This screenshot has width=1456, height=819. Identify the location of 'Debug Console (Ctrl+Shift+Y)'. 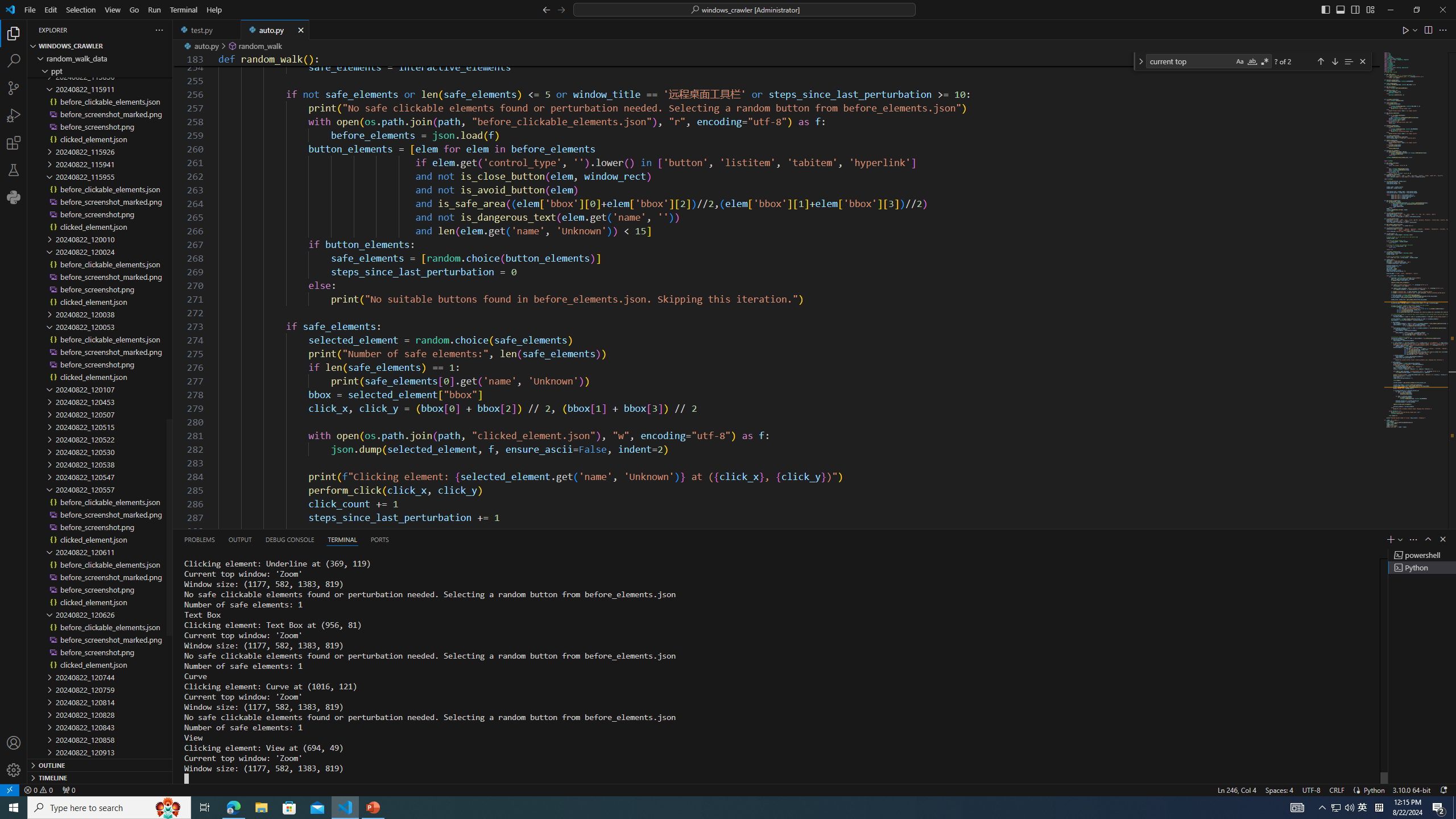
(289, 539).